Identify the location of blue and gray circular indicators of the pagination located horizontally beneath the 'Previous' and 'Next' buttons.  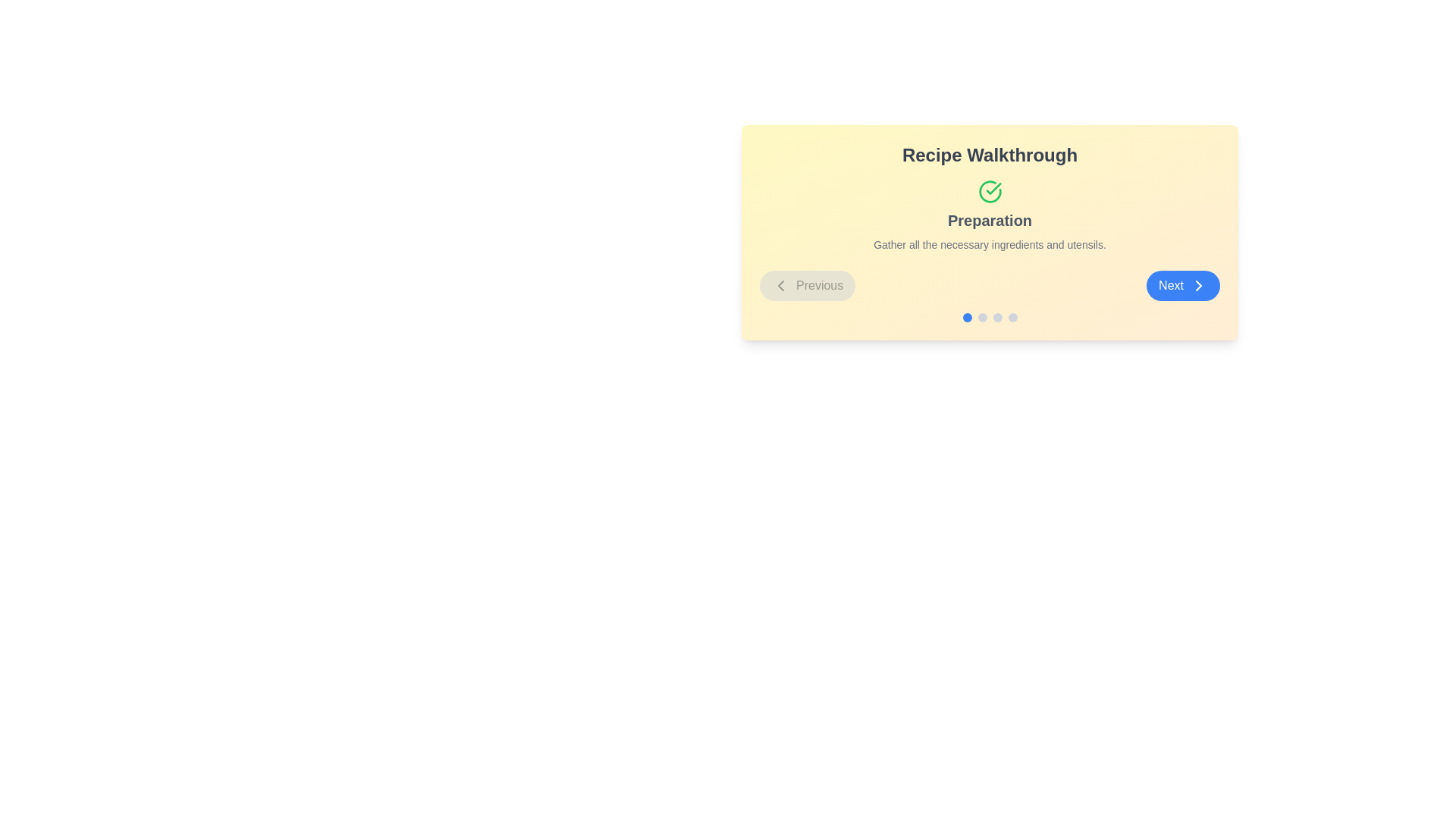
(990, 317).